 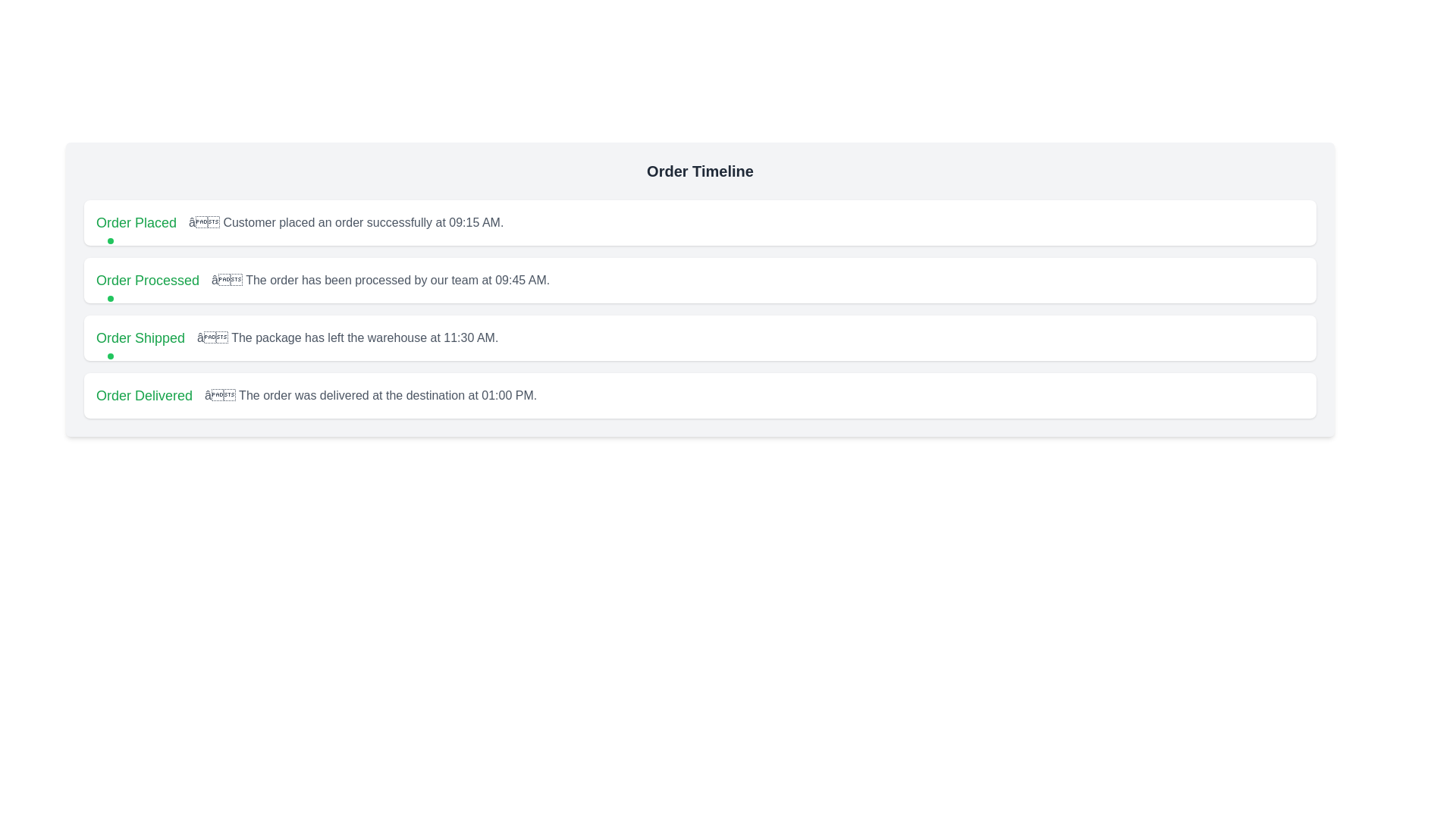 What do you see at coordinates (699, 337) in the screenshot?
I see `the Status display component which shows 'Order Shipped' and indicates the shipping status, positioned between 'Order Processed' and 'Order Delivered'` at bounding box center [699, 337].